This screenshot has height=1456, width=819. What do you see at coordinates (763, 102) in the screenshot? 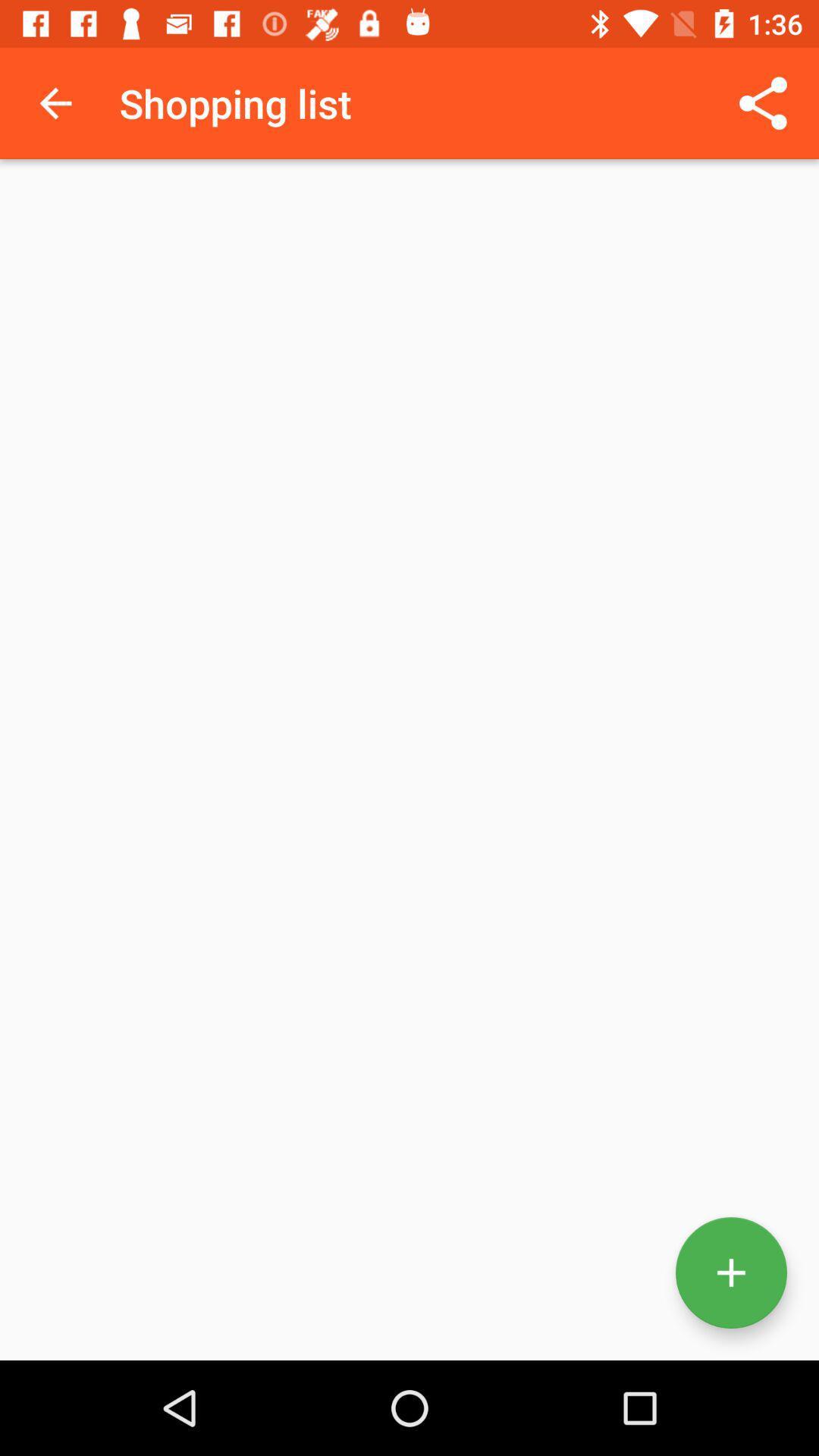
I see `item next to the shopping list item` at bounding box center [763, 102].